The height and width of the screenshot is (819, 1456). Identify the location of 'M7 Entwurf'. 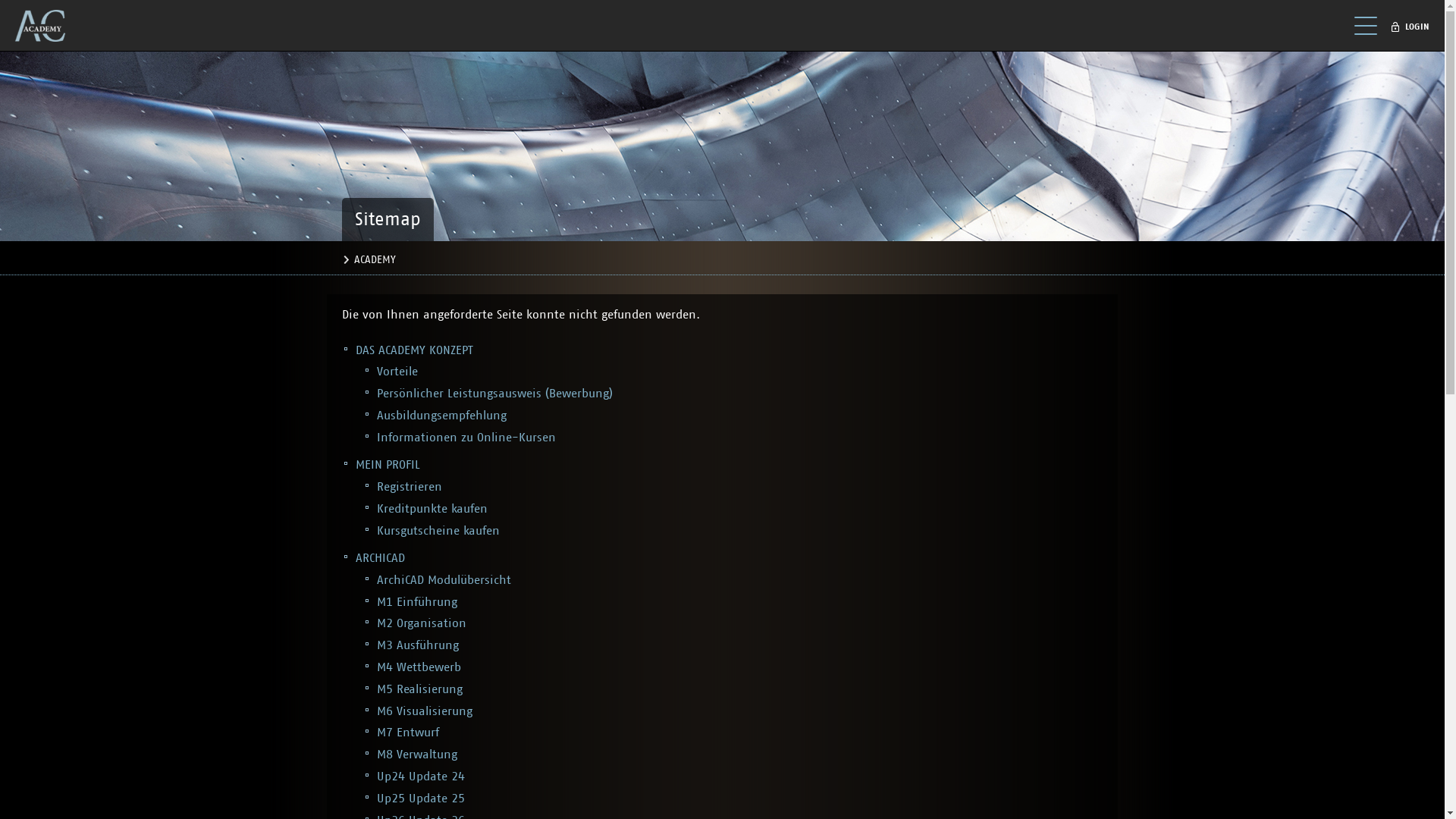
(407, 731).